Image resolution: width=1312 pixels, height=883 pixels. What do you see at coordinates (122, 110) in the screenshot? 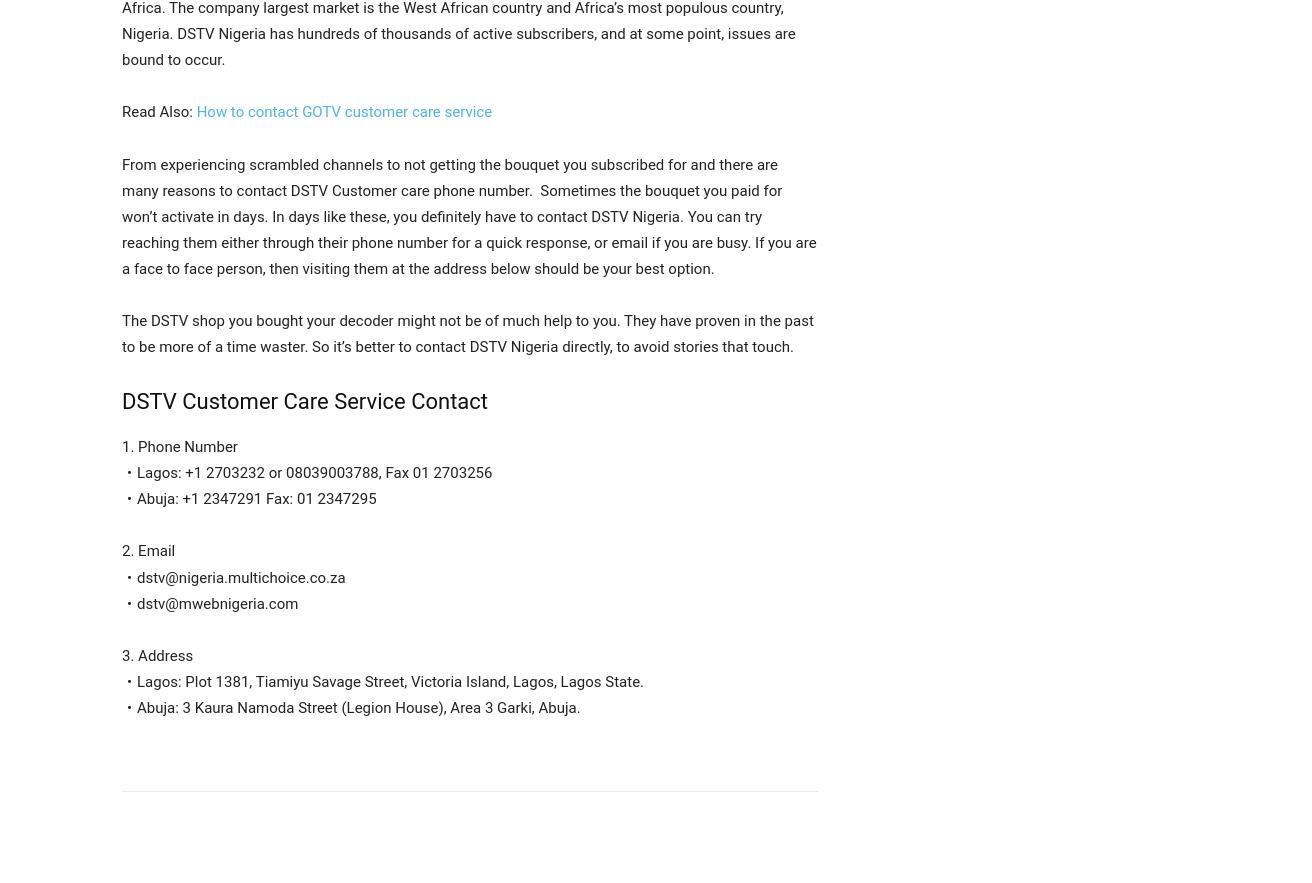
I see `'Read Also:'` at bounding box center [122, 110].